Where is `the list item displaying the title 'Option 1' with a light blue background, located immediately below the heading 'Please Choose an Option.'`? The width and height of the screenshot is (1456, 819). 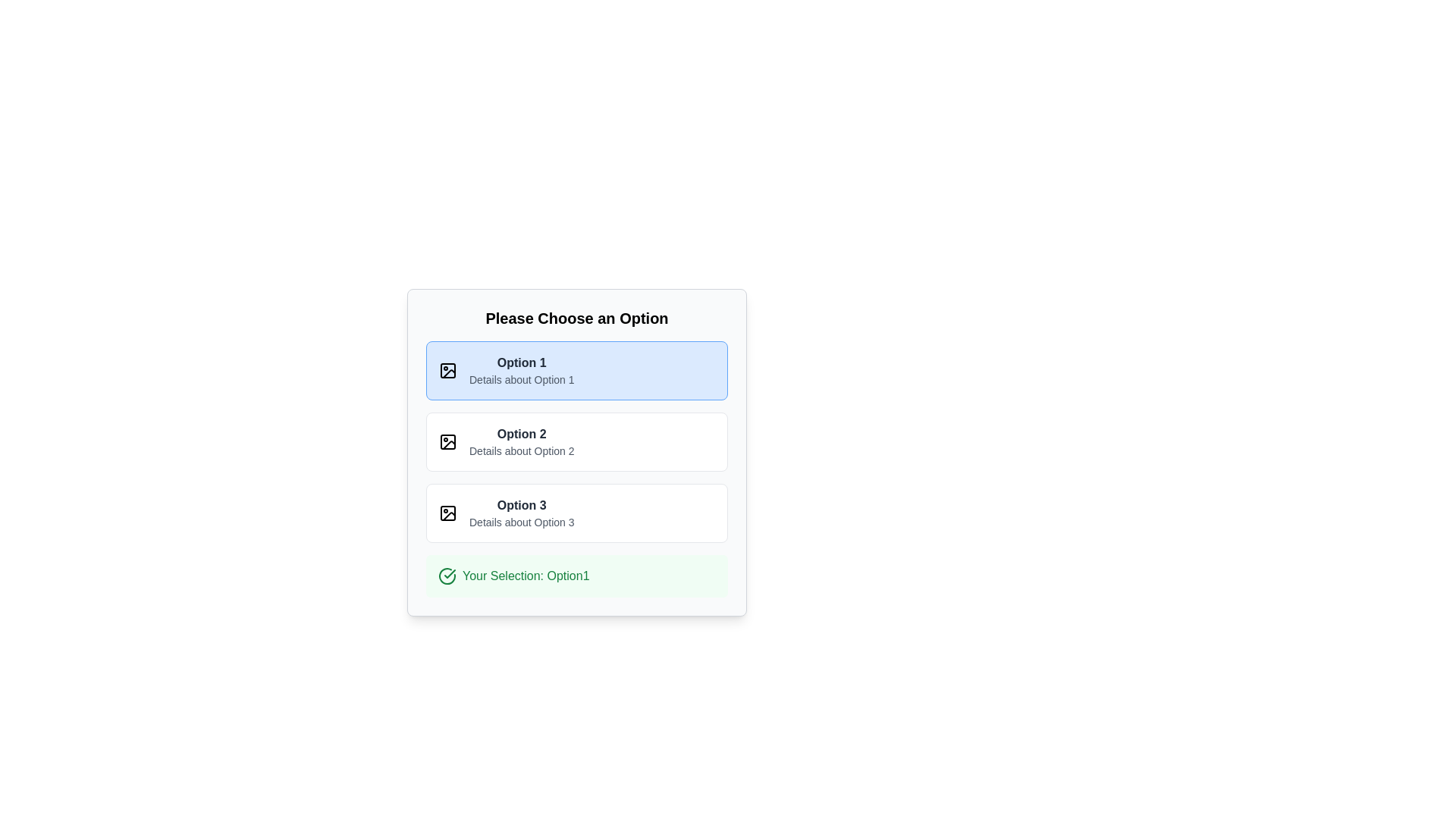 the list item displaying the title 'Option 1' with a light blue background, located immediately below the heading 'Please Choose an Option.' is located at coordinates (522, 371).